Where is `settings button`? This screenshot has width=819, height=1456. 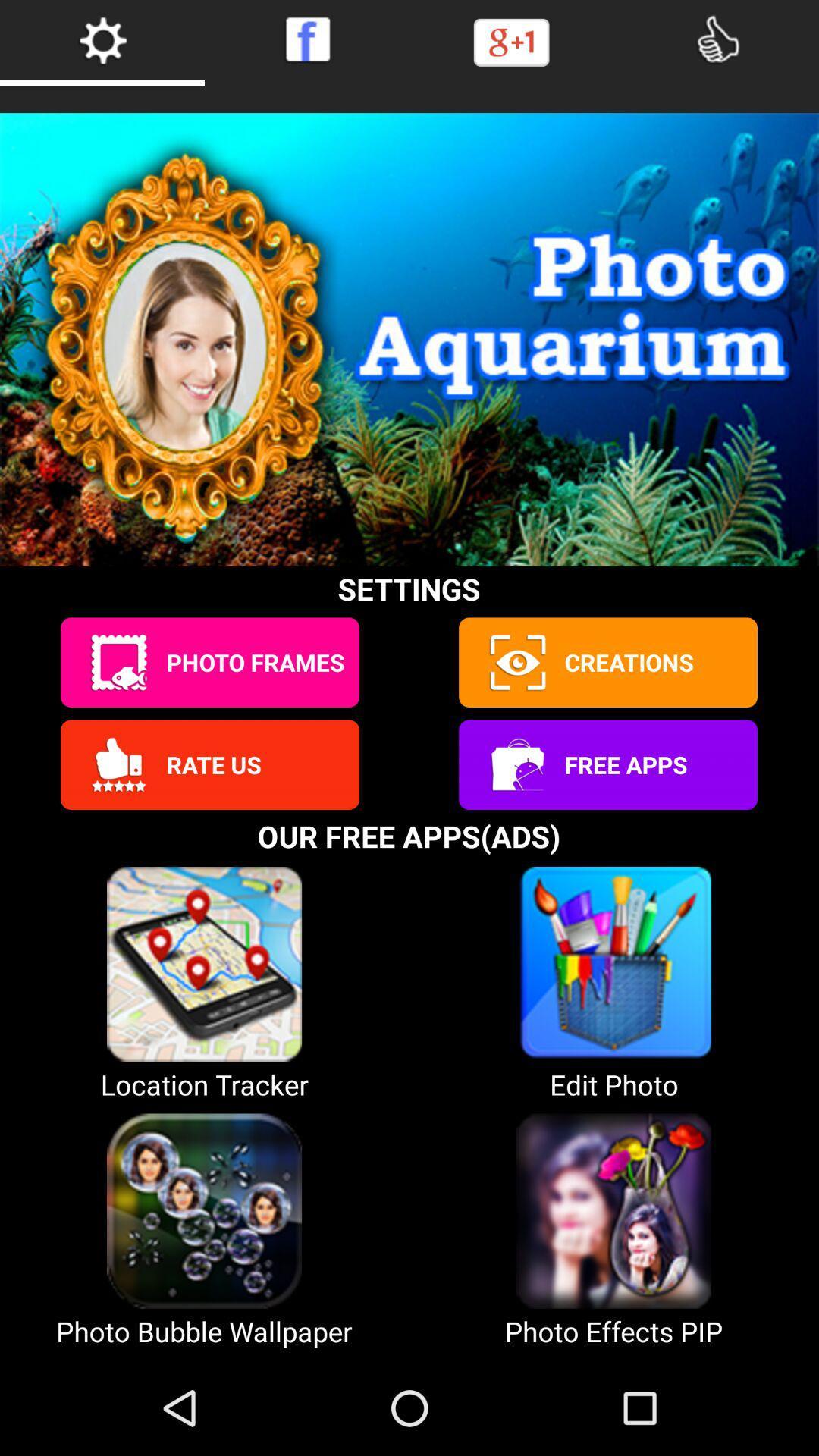
settings button is located at coordinates (102, 39).